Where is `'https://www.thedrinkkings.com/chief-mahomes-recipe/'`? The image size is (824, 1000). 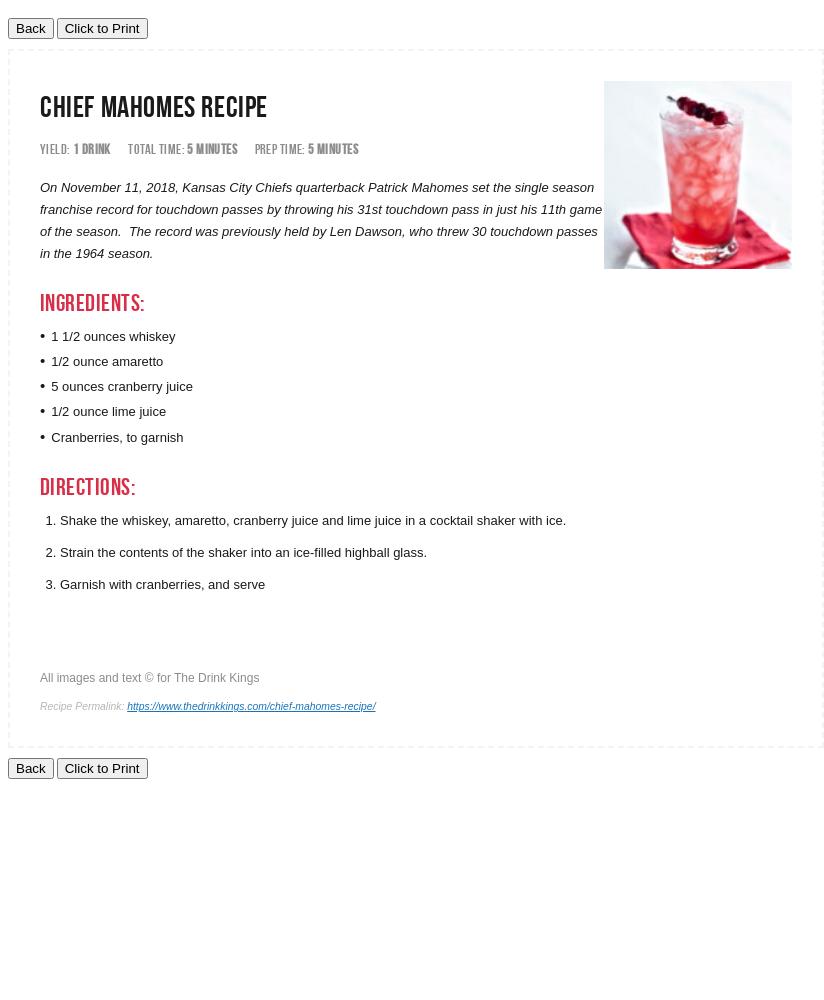
'https://www.thedrinkkings.com/chief-mahomes-recipe/' is located at coordinates (126, 705).